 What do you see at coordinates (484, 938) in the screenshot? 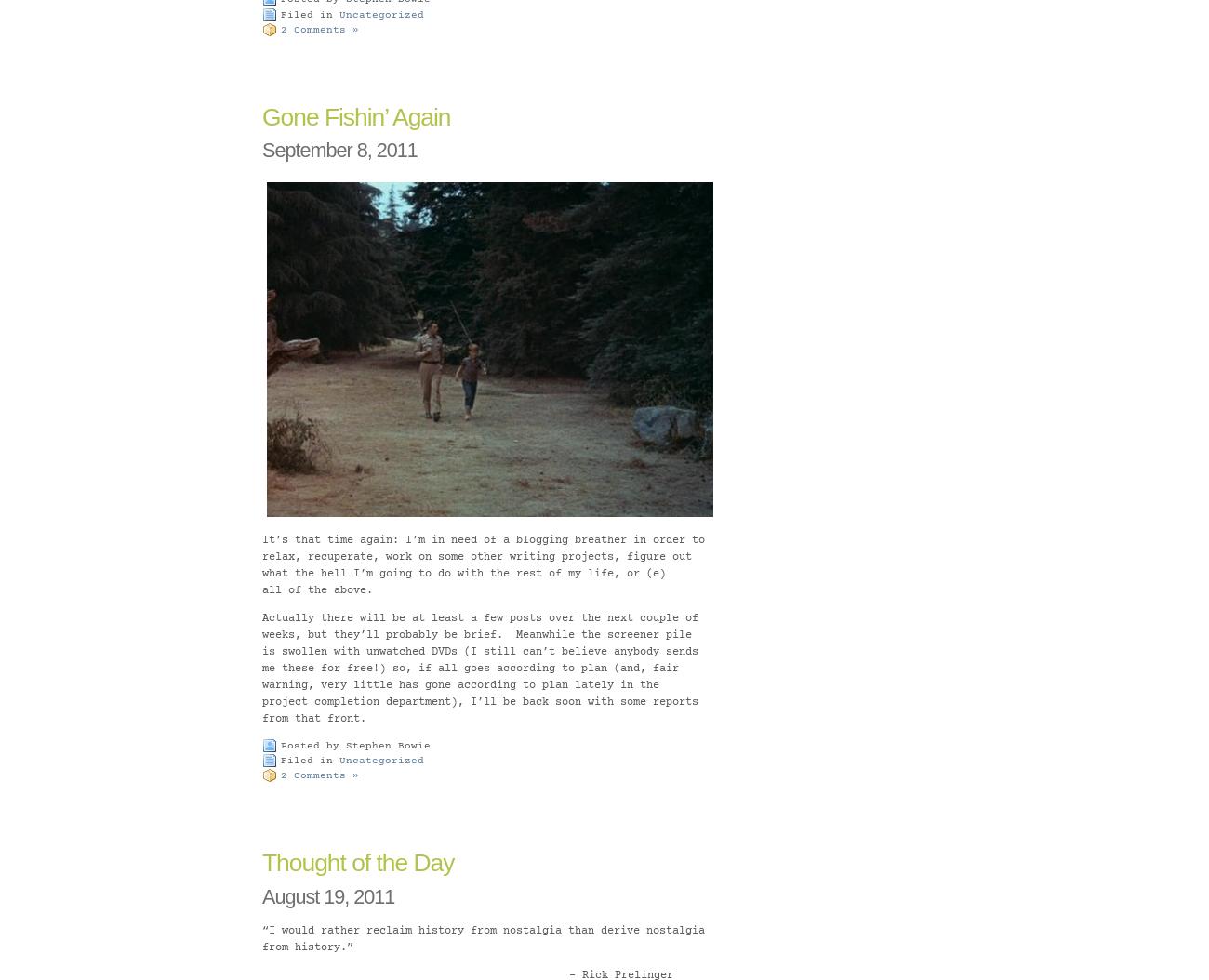
I see `'“I would rather reclaim history from nostalgia than derive nostalgia from history.”'` at bounding box center [484, 938].